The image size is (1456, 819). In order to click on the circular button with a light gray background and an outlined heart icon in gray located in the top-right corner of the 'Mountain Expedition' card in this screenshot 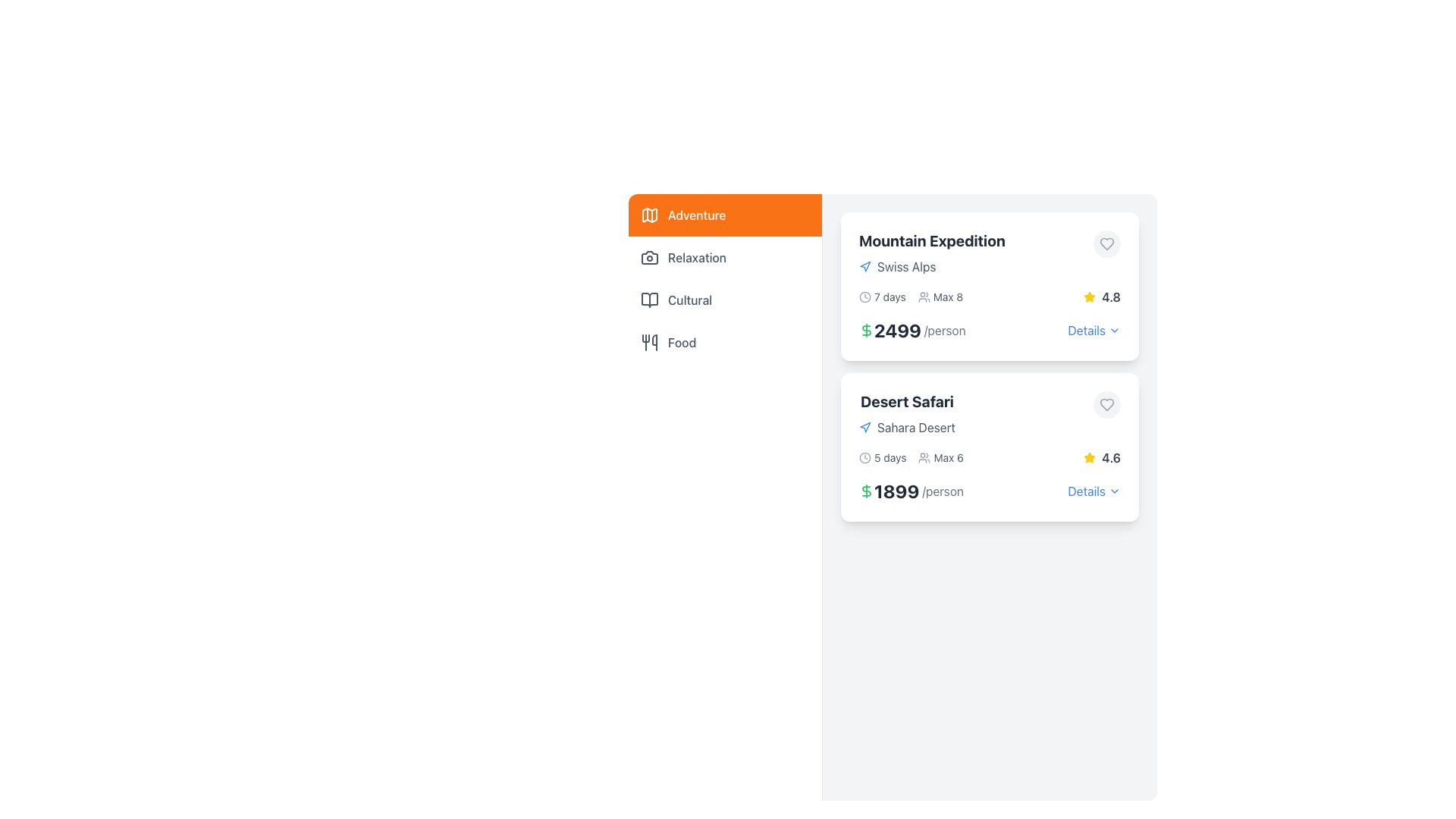, I will do `click(1106, 243)`.